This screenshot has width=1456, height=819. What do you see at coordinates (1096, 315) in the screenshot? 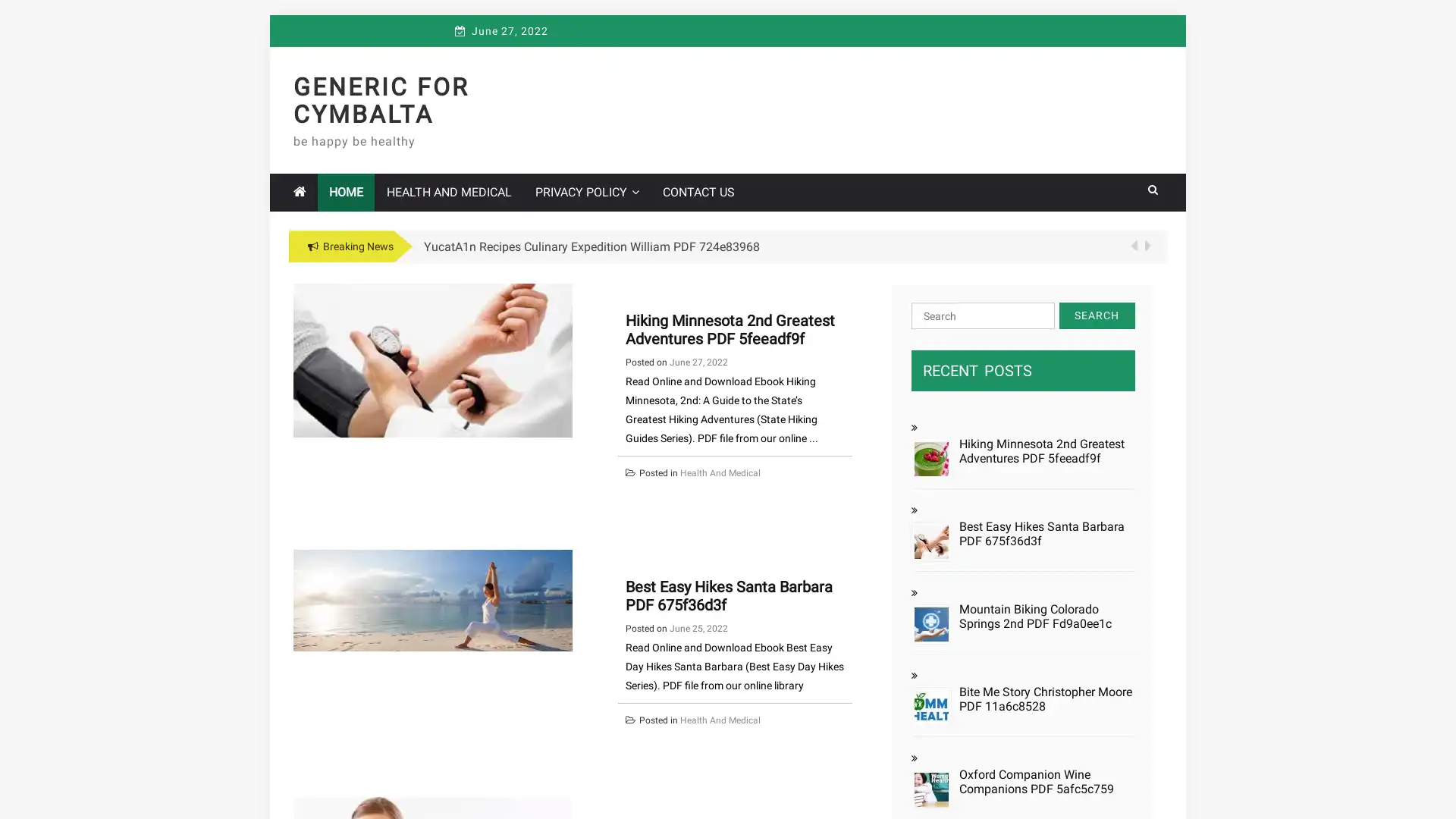
I see `Search` at bounding box center [1096, 315].